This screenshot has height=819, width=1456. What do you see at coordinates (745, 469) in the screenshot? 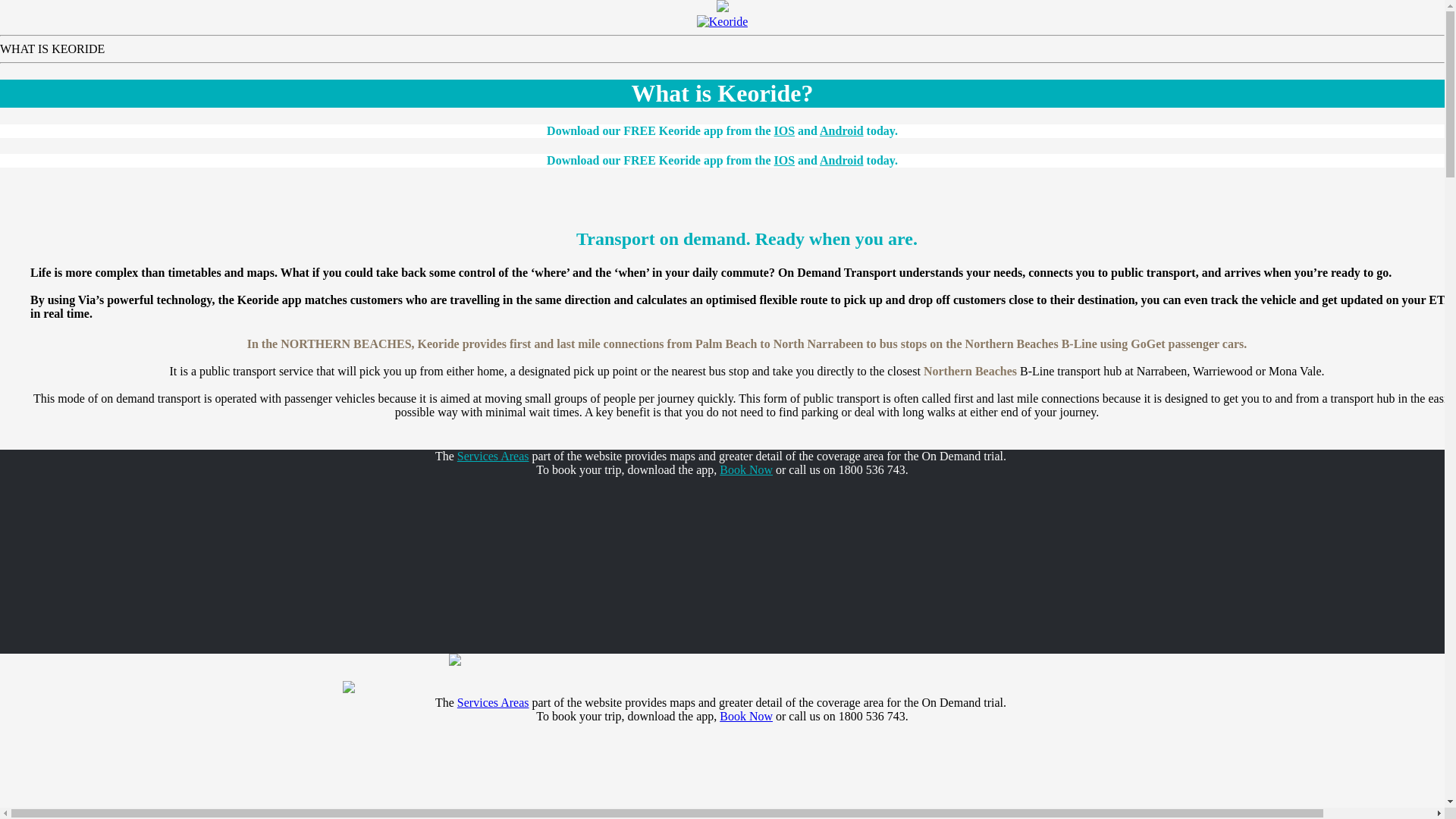
I see `'Book Now'` at bounding box center [745, 469].